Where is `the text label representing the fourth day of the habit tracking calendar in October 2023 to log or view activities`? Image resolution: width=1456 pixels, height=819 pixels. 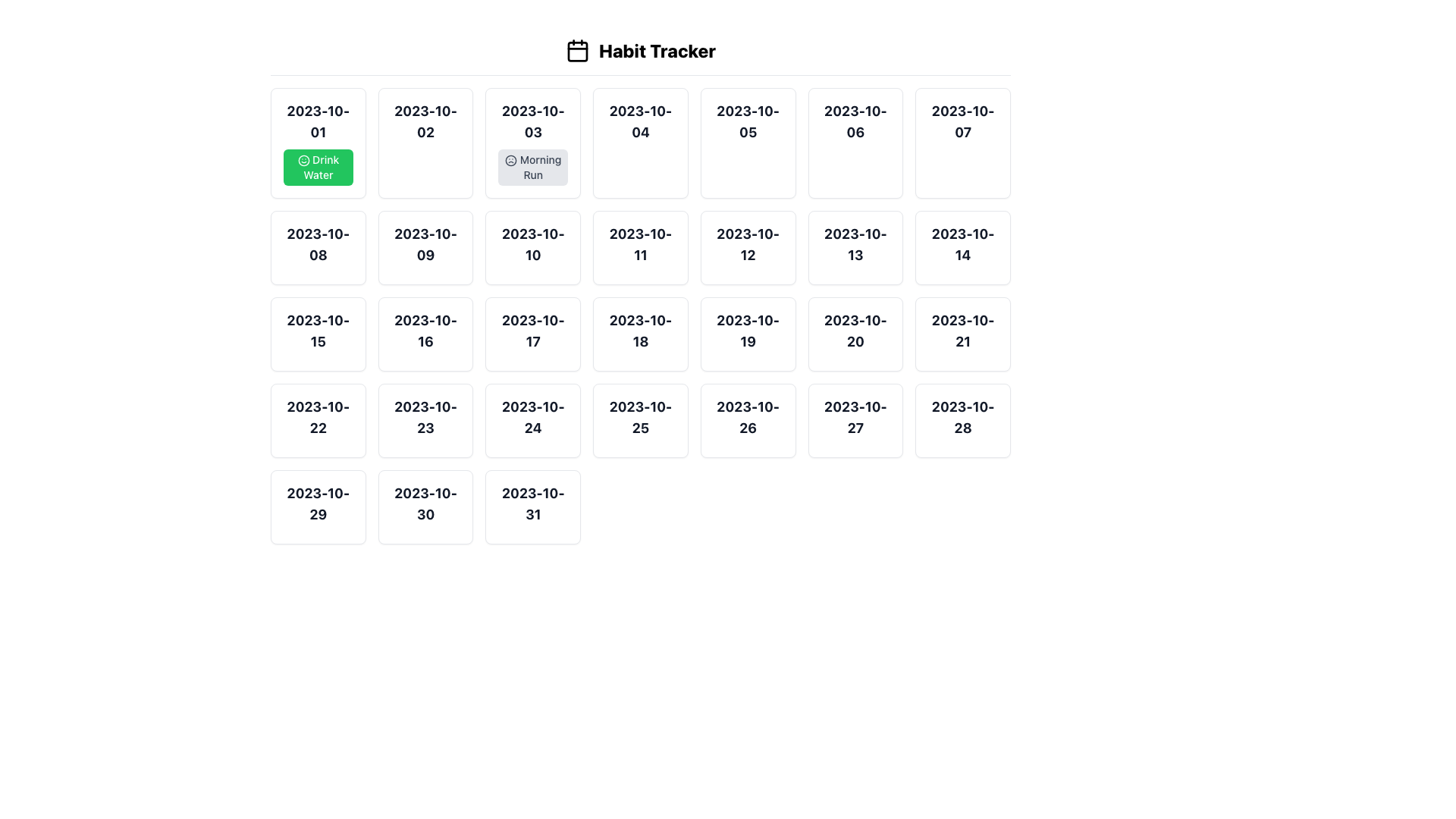 the text label representing the fourth day of the habit tracking calendar in October 2023 to log or view activities is located at coordinates (640, 121).